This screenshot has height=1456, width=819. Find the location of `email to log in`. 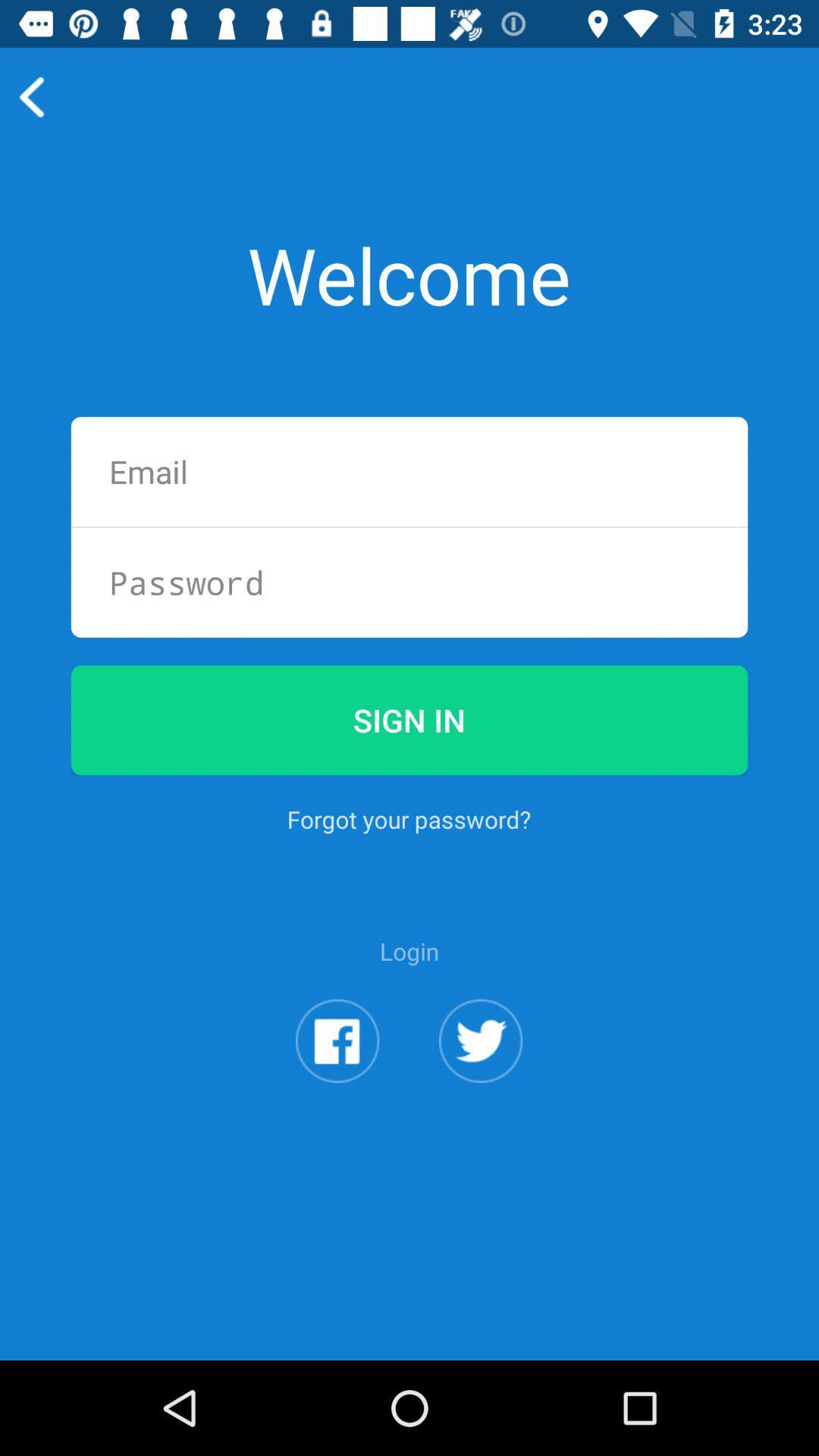

email to log in is located at coordinates (409, 471).